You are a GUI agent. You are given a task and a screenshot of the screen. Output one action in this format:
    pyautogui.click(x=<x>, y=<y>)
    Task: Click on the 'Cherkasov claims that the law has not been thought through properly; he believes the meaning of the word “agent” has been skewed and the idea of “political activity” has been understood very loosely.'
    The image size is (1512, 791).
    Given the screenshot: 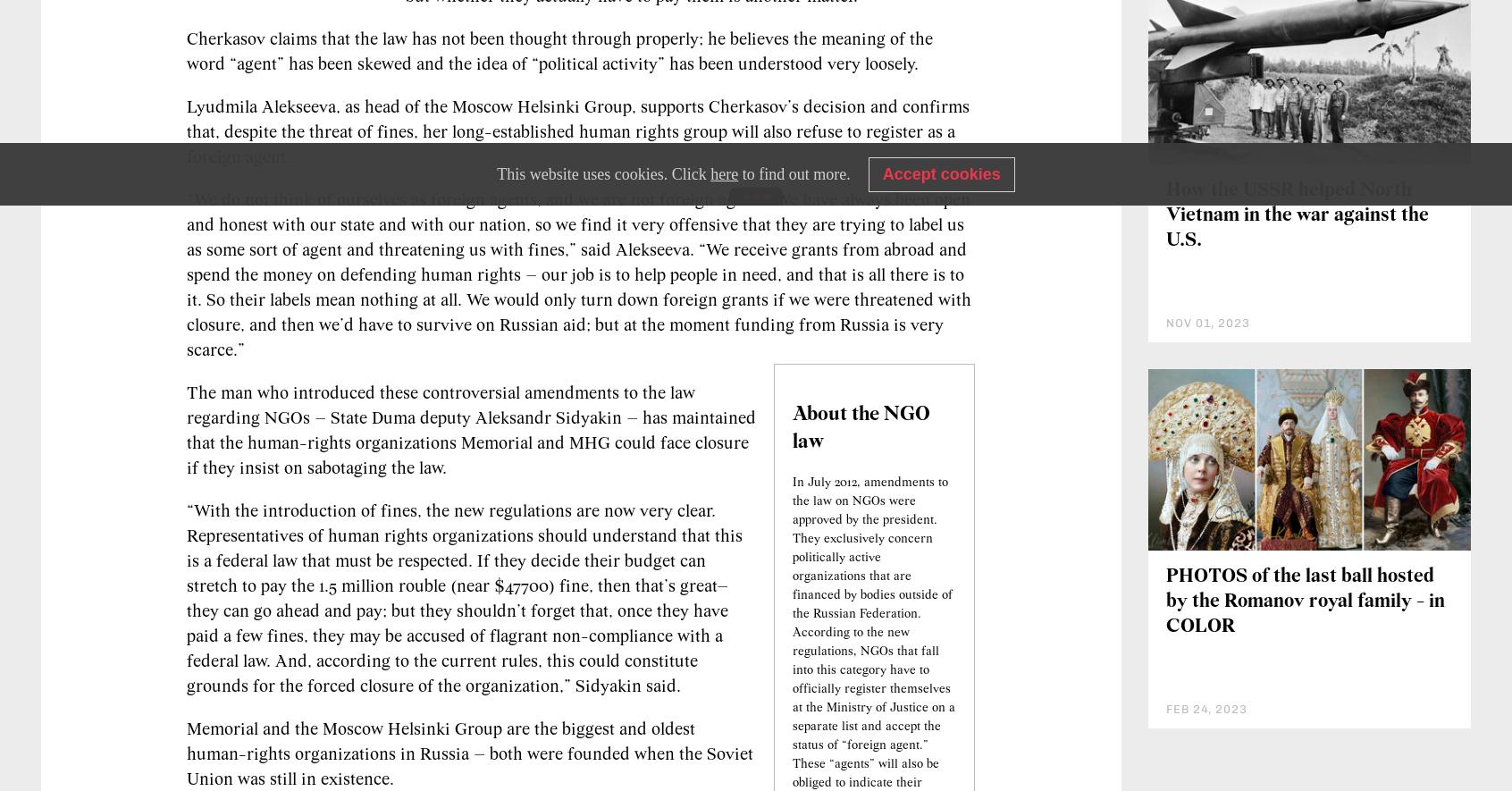 What is the action you would take?
    pyautogui.click(x=559, y=160)
    